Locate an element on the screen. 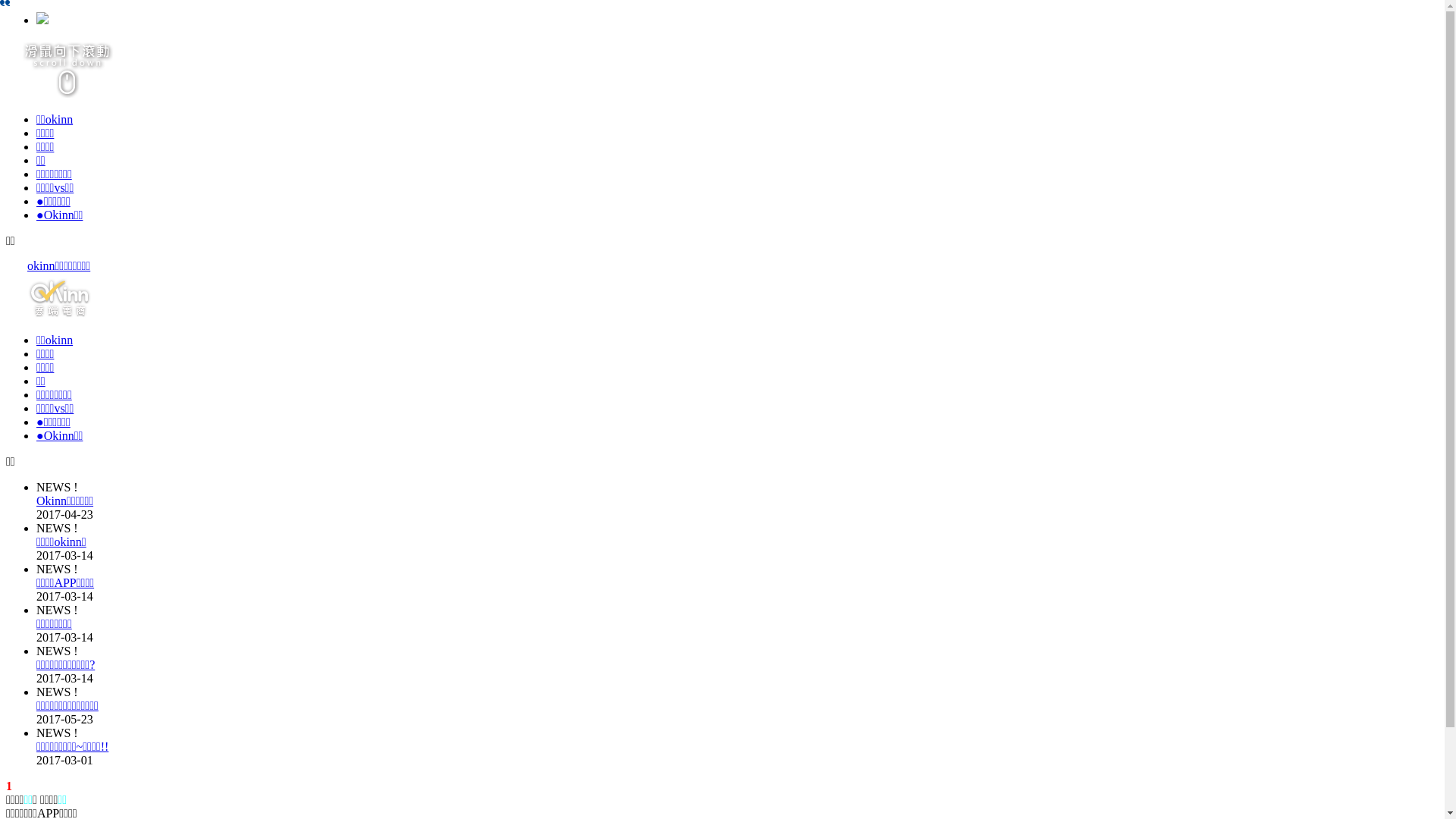 This screenshot has height=819, width=1456. '1' is located at coordinates (9, 785).